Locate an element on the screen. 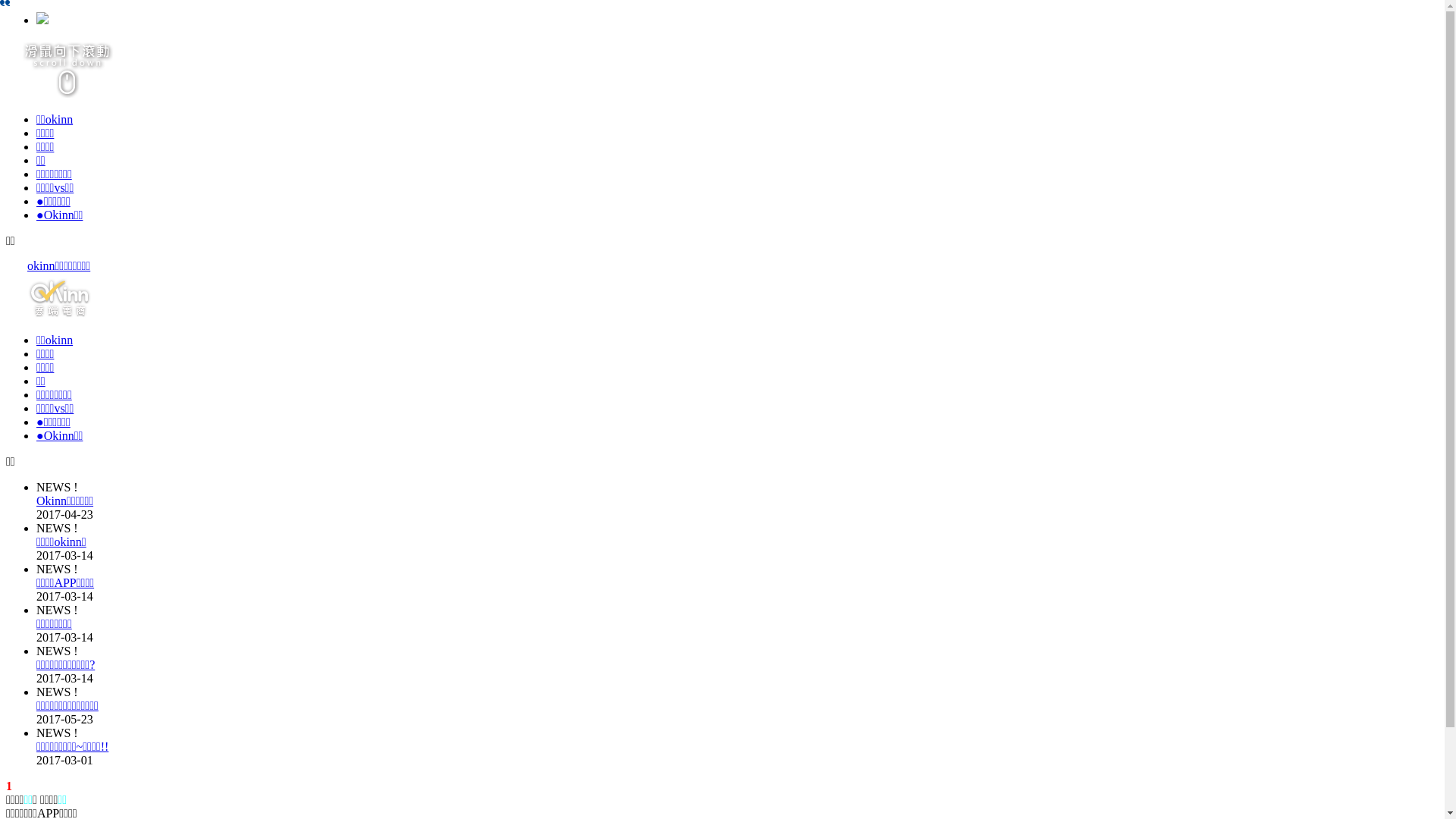 This screenshot has height=819, width=1456. '1' is located at coordinates (9, 785).